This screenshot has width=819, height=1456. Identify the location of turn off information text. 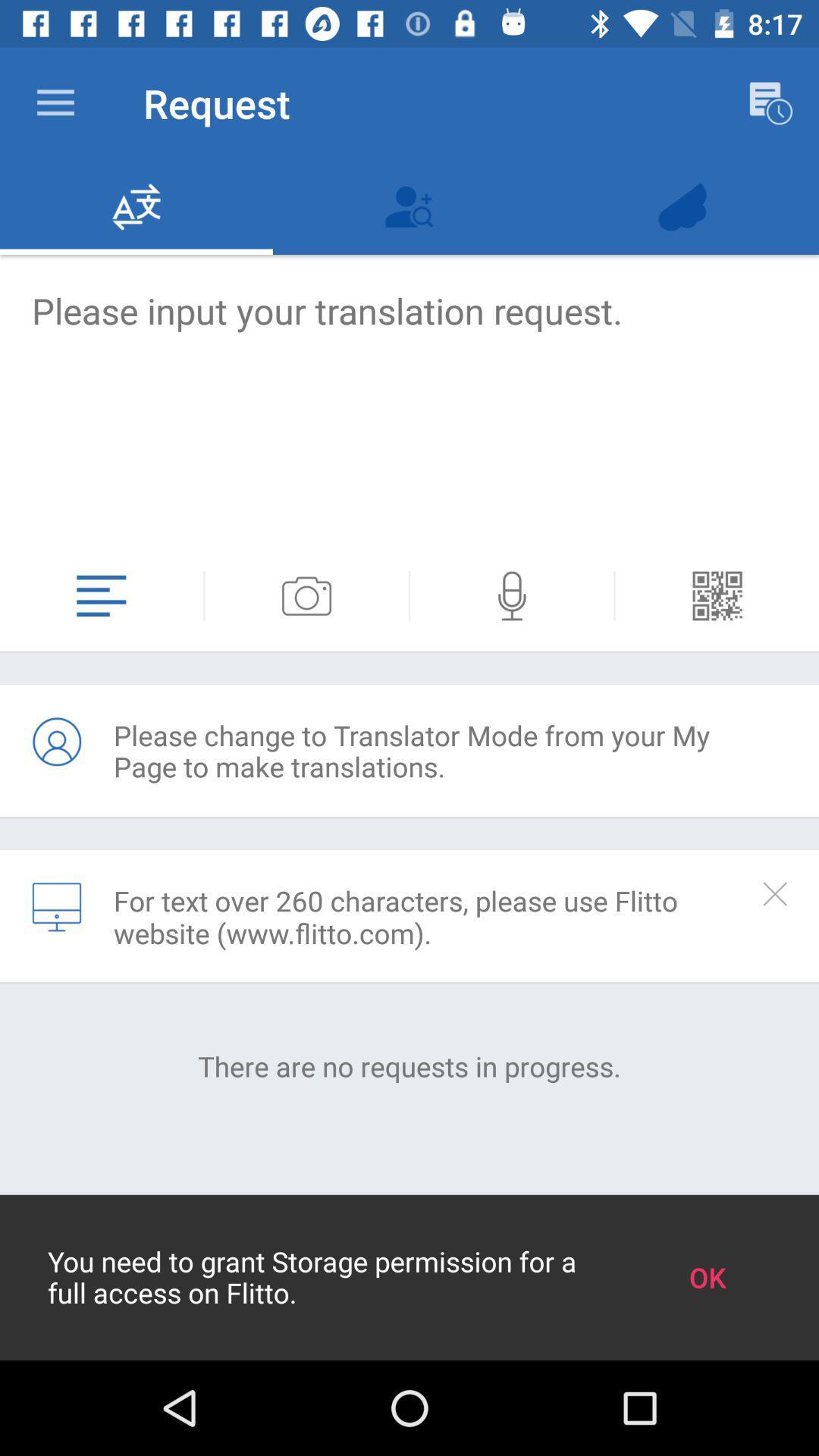
(775, 894).